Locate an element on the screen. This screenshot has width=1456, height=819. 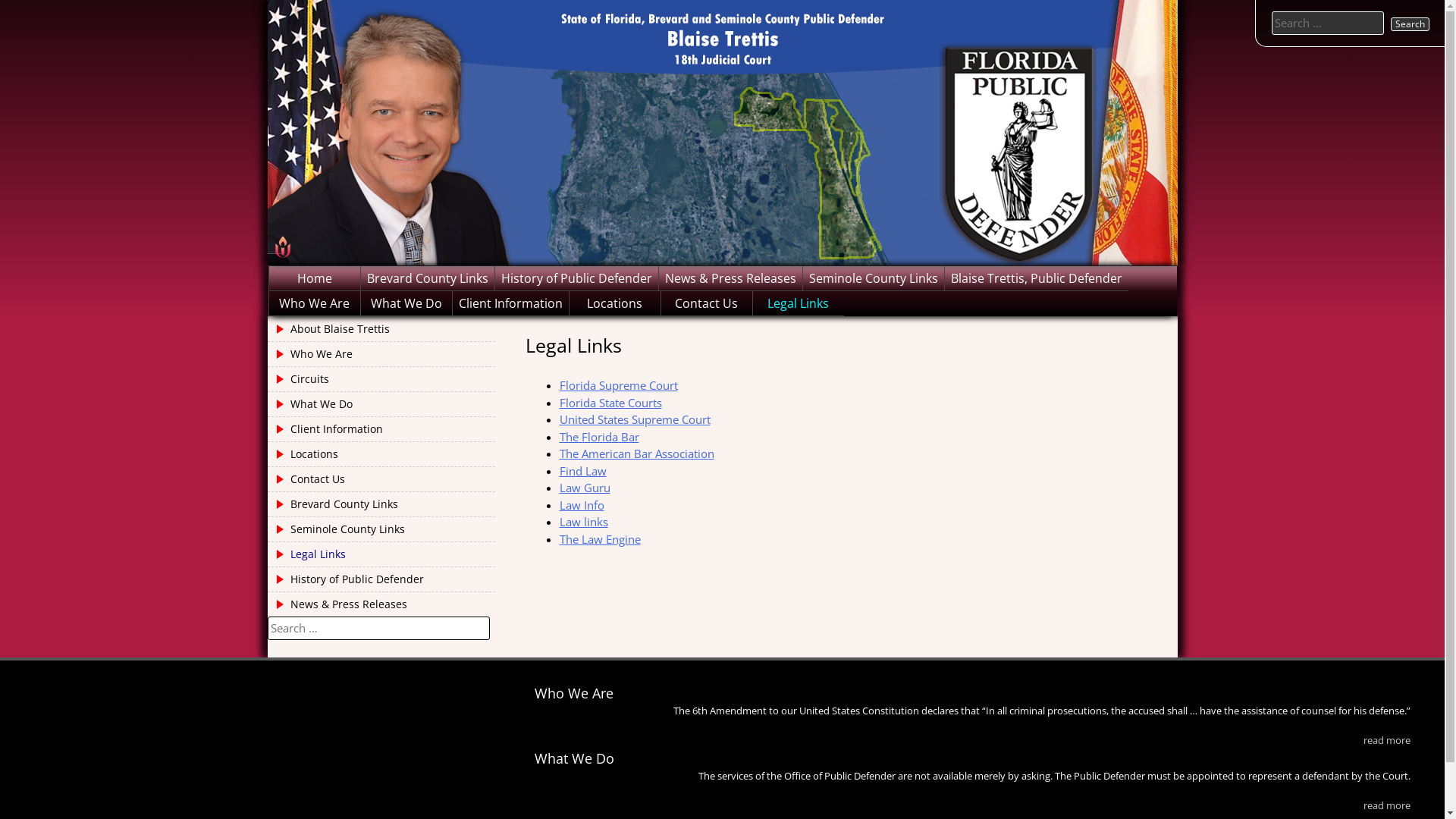
'United States Supreme Court' is located at coordinates (635, 419).